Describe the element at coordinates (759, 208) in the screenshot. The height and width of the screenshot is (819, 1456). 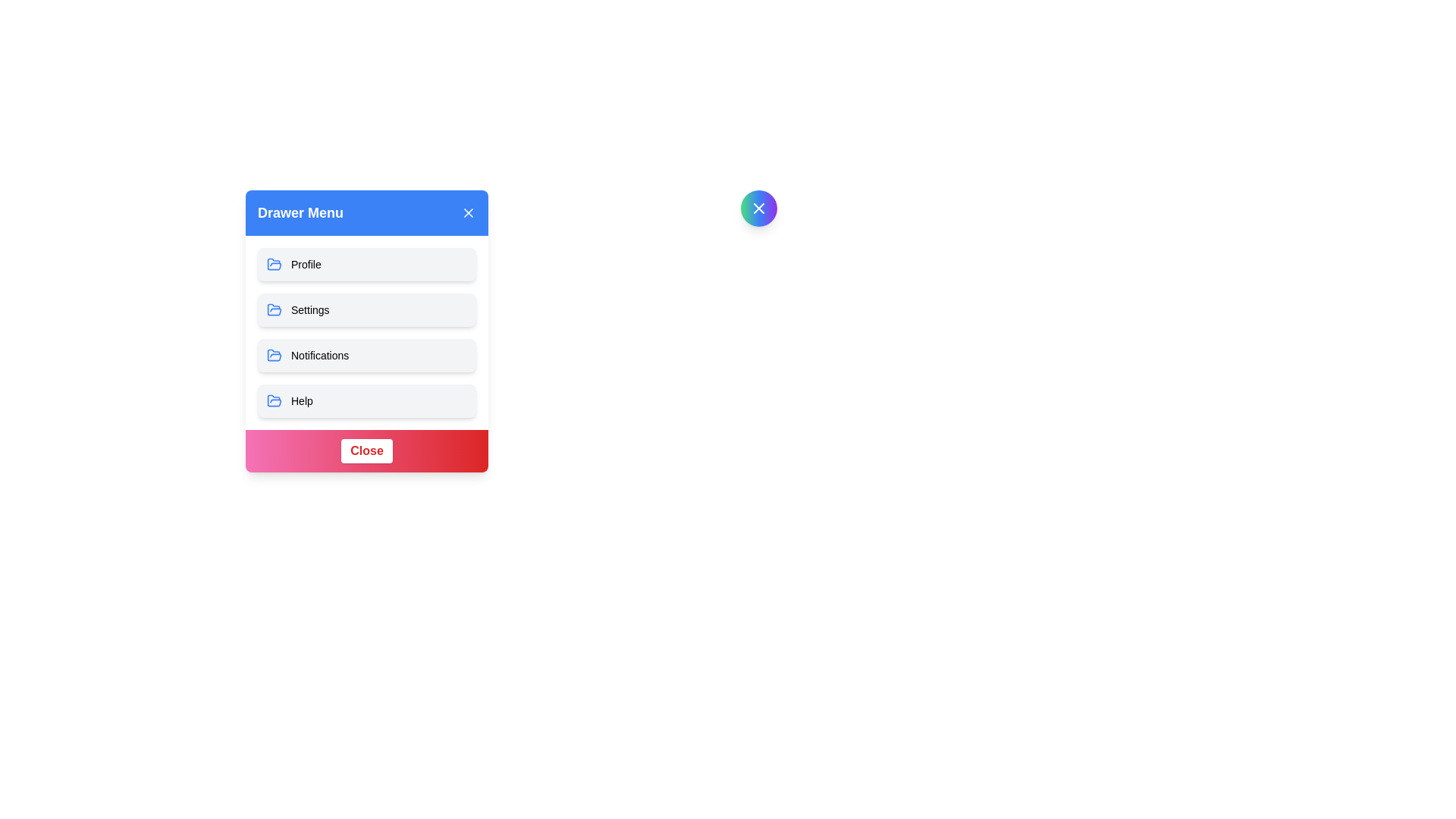
I see `the close button located in the top-right corner of the 'Drawer Menu' modal` at that location.